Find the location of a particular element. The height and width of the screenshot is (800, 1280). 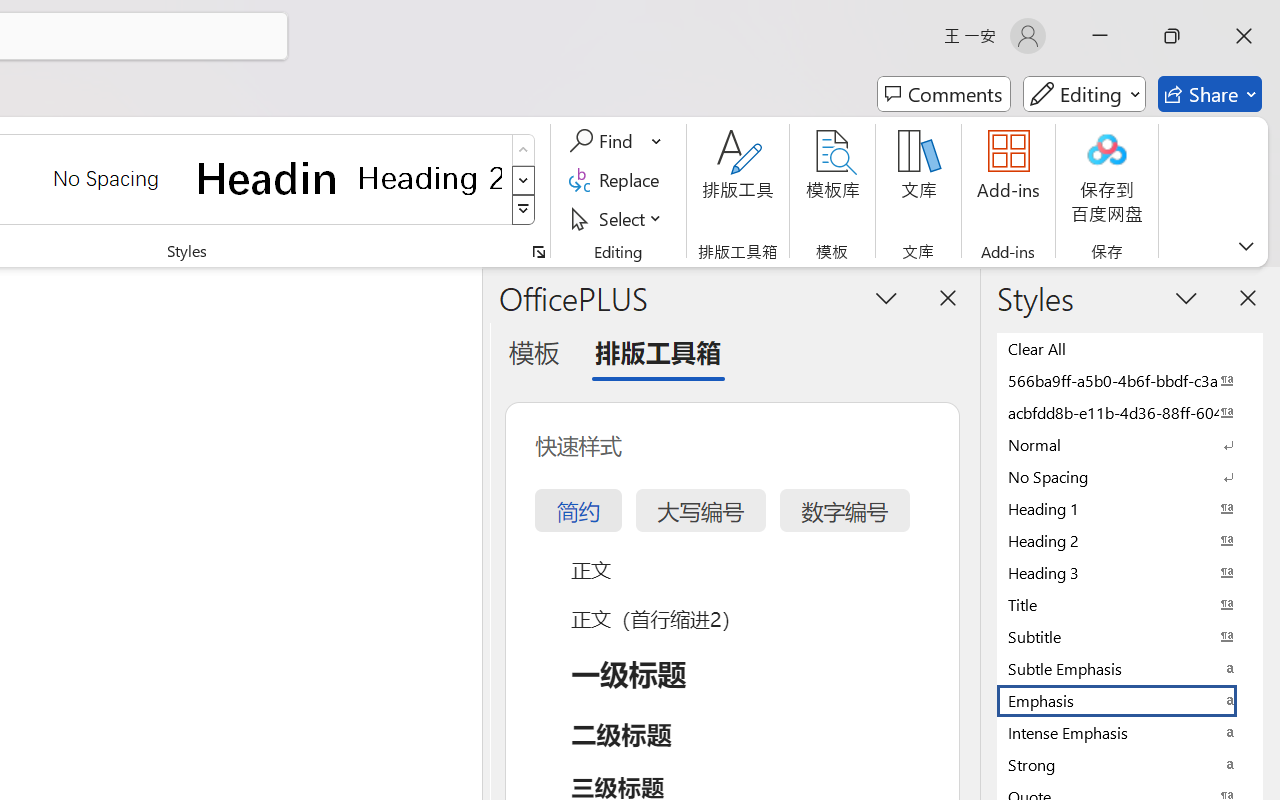

'Find' is located at coordinates (603, 141).